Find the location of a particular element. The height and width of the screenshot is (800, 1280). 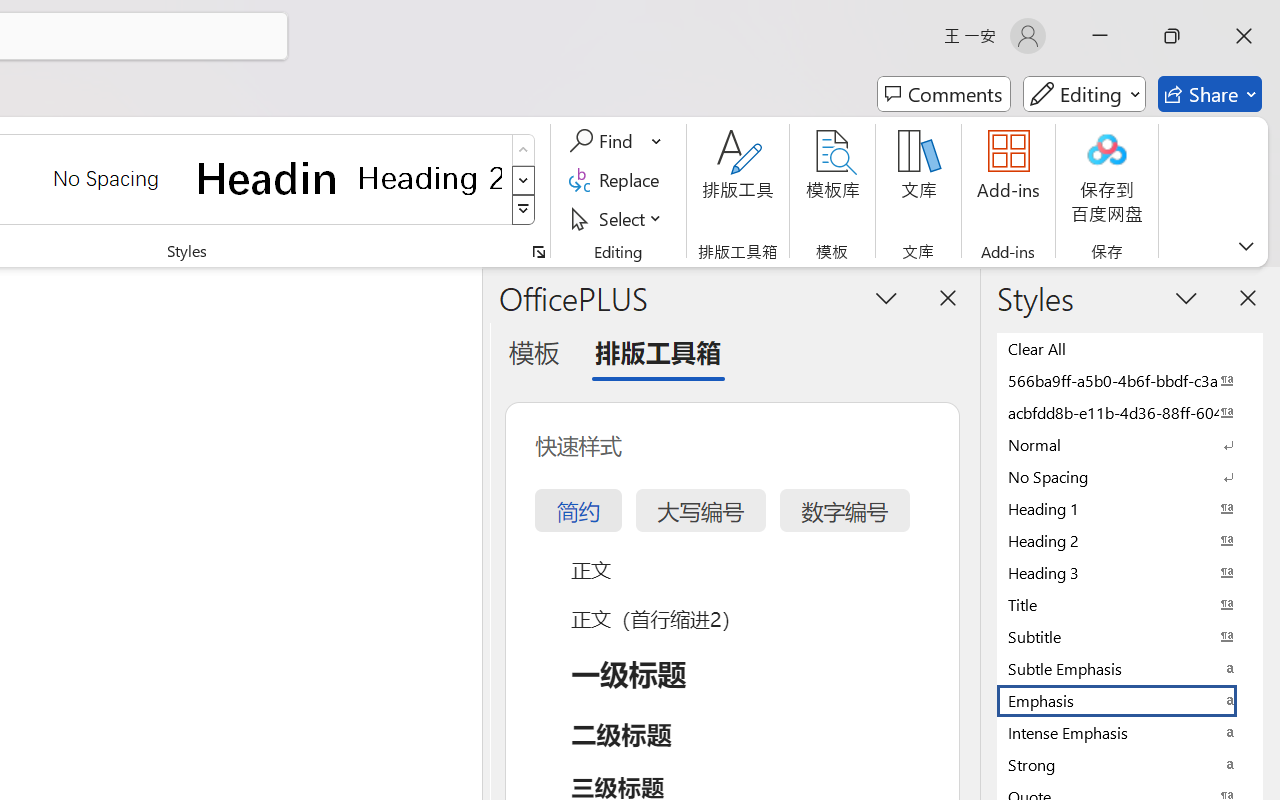

'Find' is located at coordinates (603, 141).